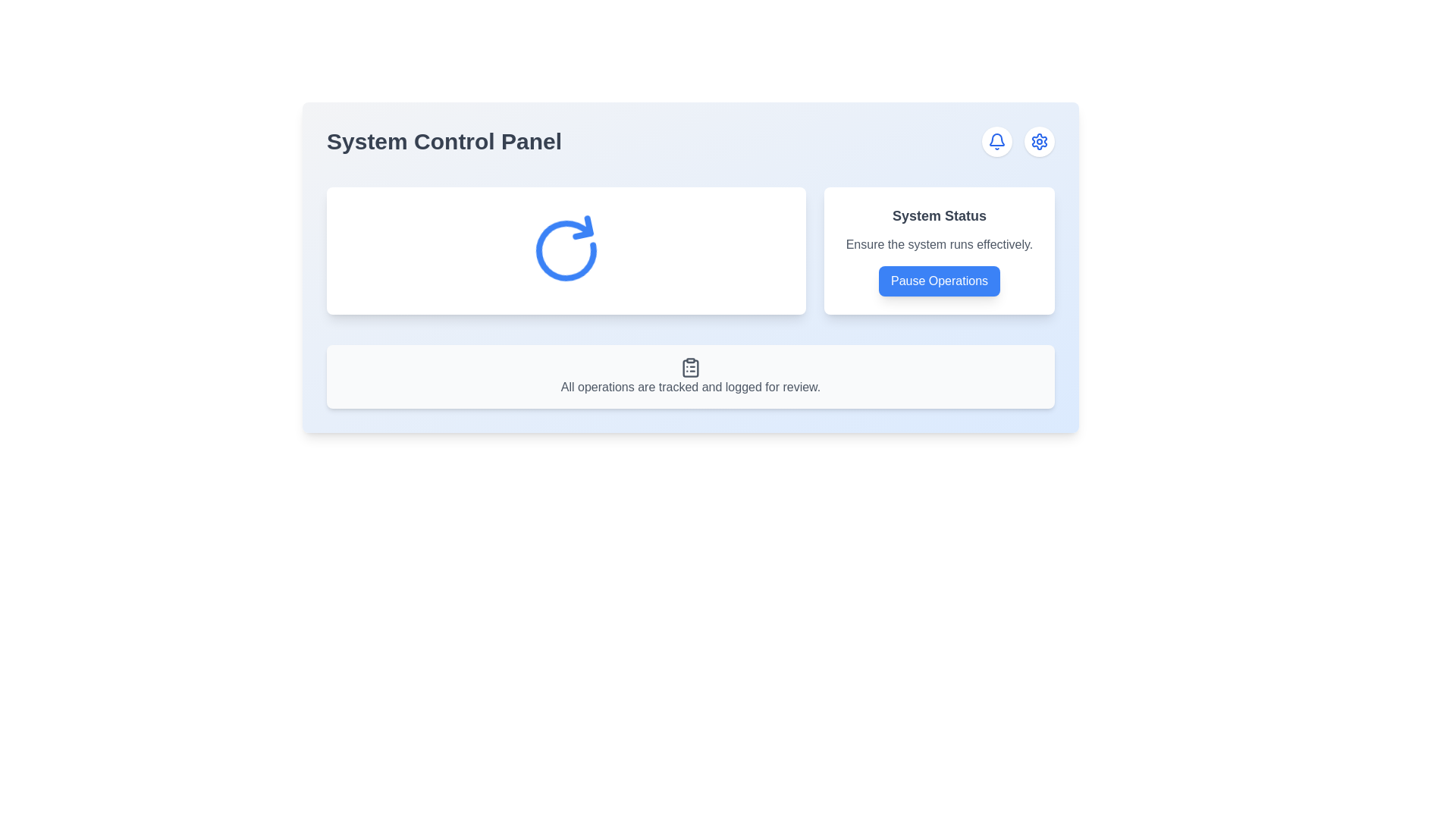 The image size is (1456, 819). I want to click on the Text Label that serves as a prominent title or header indicating the system control panel, so click(443, 141).